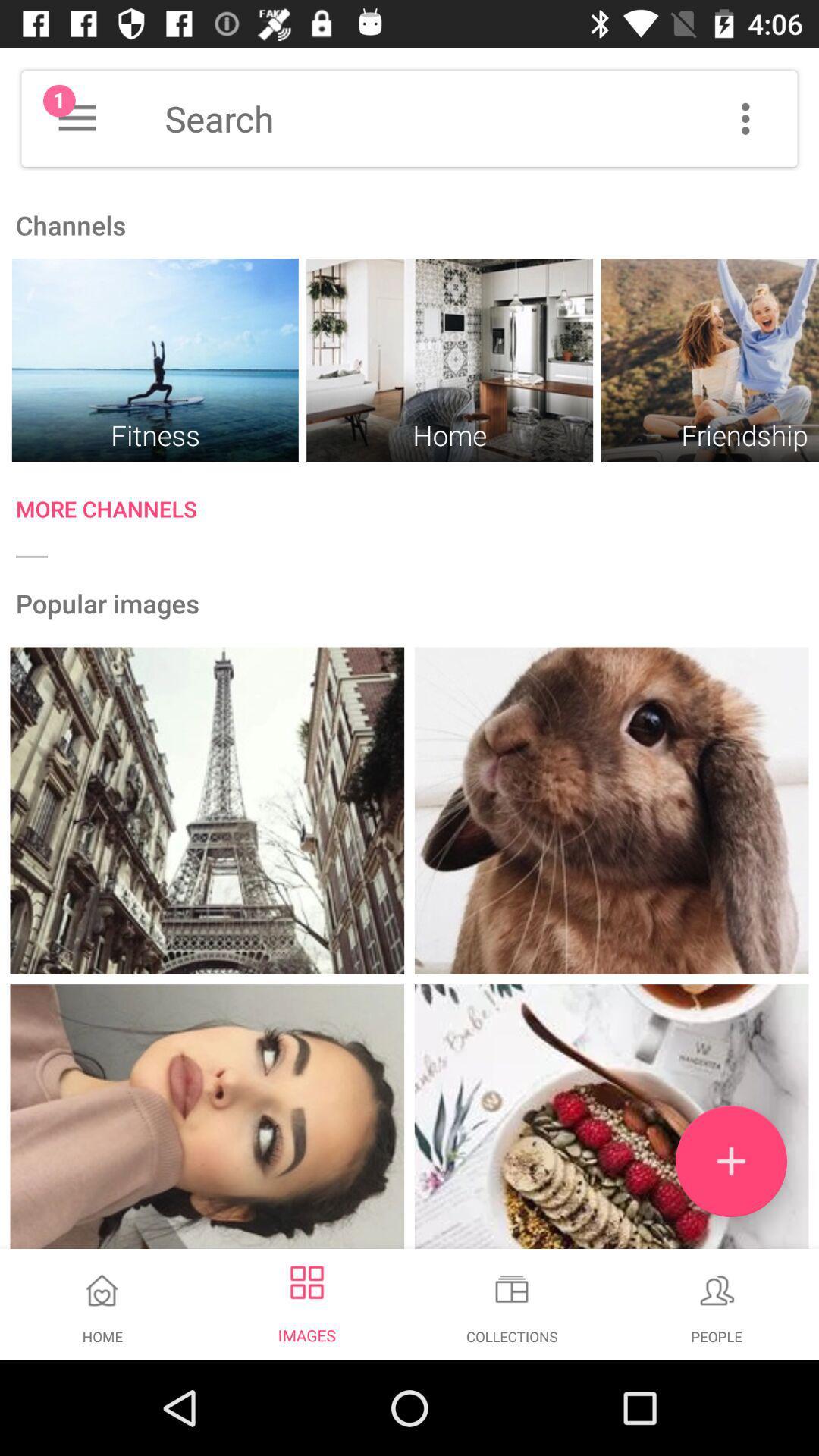 This screenshot has height=1456, width=819. What do you see at coordinates (482, 118) in the screenshot?
I see `the search box` at bounding box center [482, 118].